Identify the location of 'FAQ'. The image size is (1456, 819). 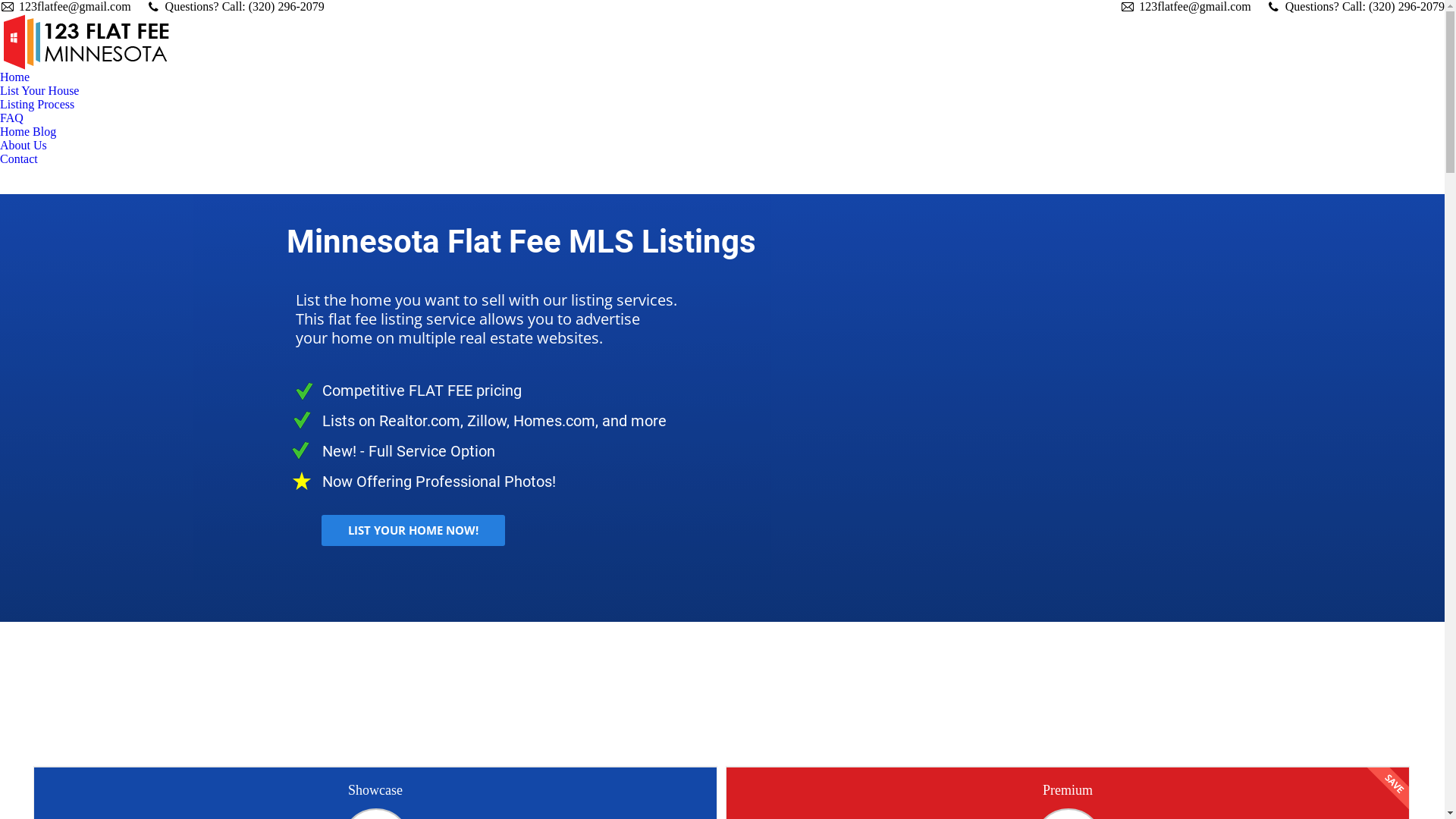
(11, 117).